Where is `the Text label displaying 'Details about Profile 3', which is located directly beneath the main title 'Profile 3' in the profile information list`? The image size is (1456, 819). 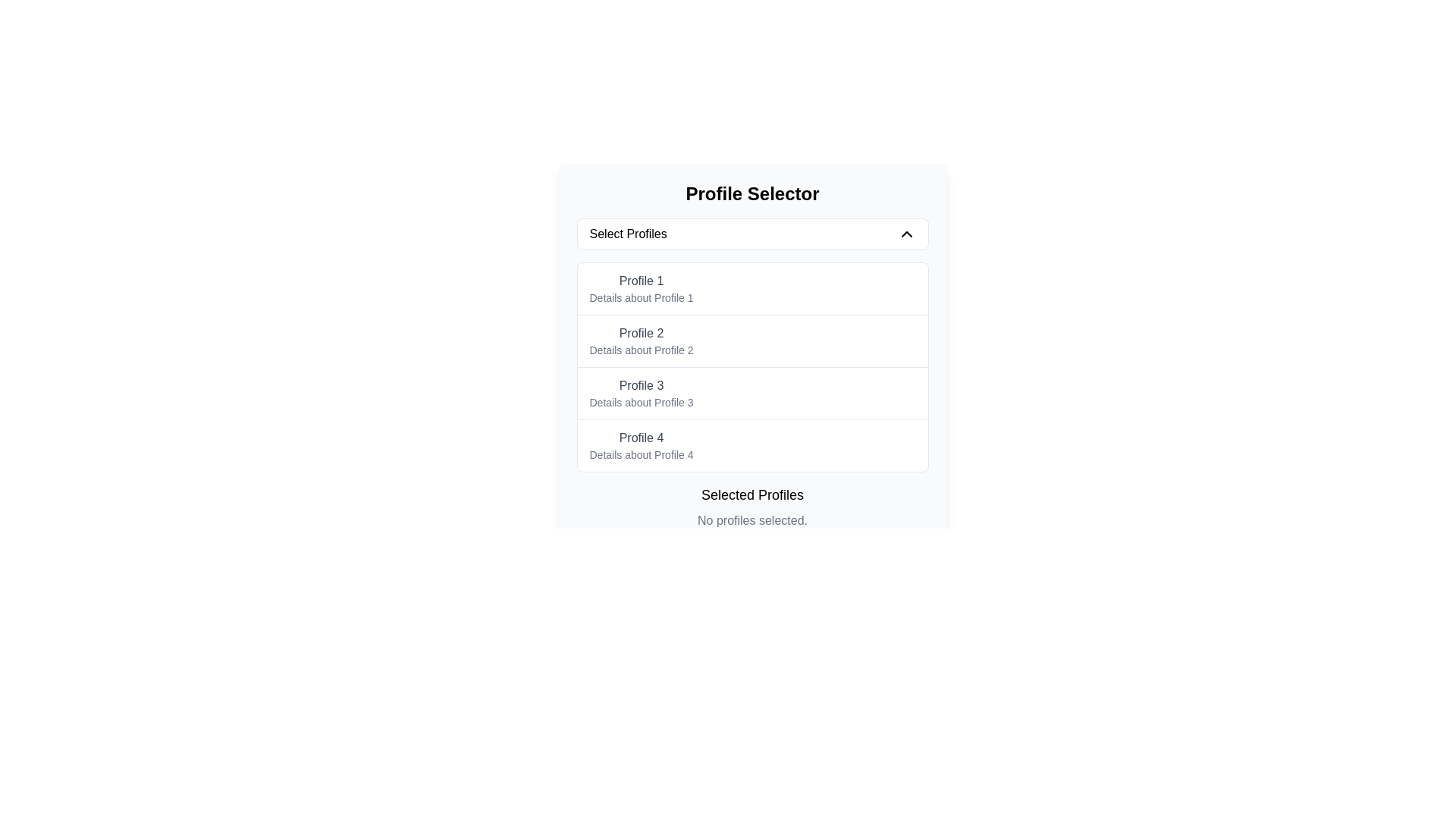
the Text label displaying 'Details about Profile 3', which is located directly beneath the main title 'Profile 3' in the profile information list is located at coordinates (641, 402).